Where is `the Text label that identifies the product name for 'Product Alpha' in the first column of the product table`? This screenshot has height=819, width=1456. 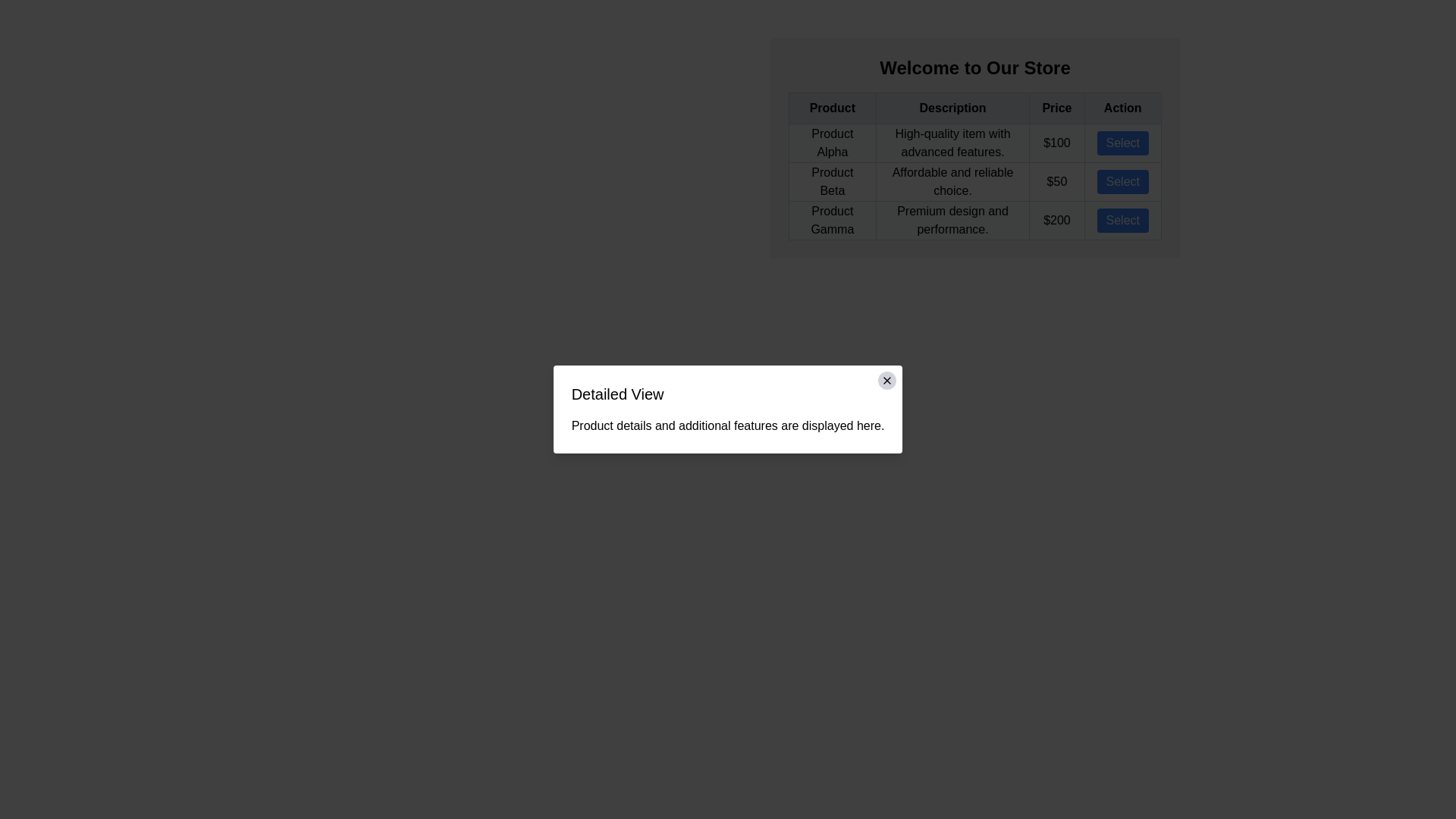
the Text label that identifies the product name for 'Product Alpha' in the first column of the product table is located at coordinates (831, 143).